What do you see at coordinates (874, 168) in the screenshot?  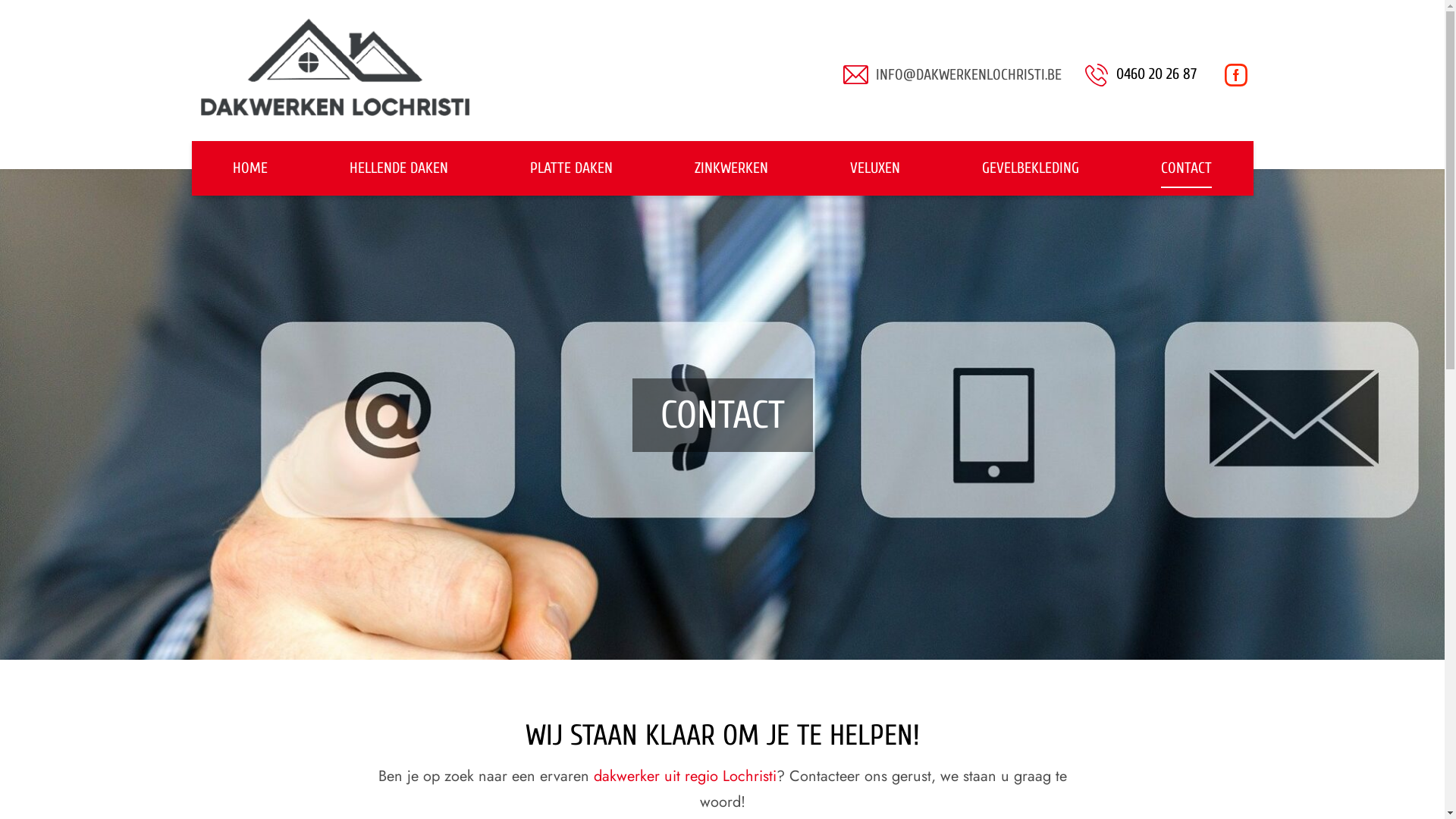 I see `'VELUXEN'` at bounding box center [874, 168].